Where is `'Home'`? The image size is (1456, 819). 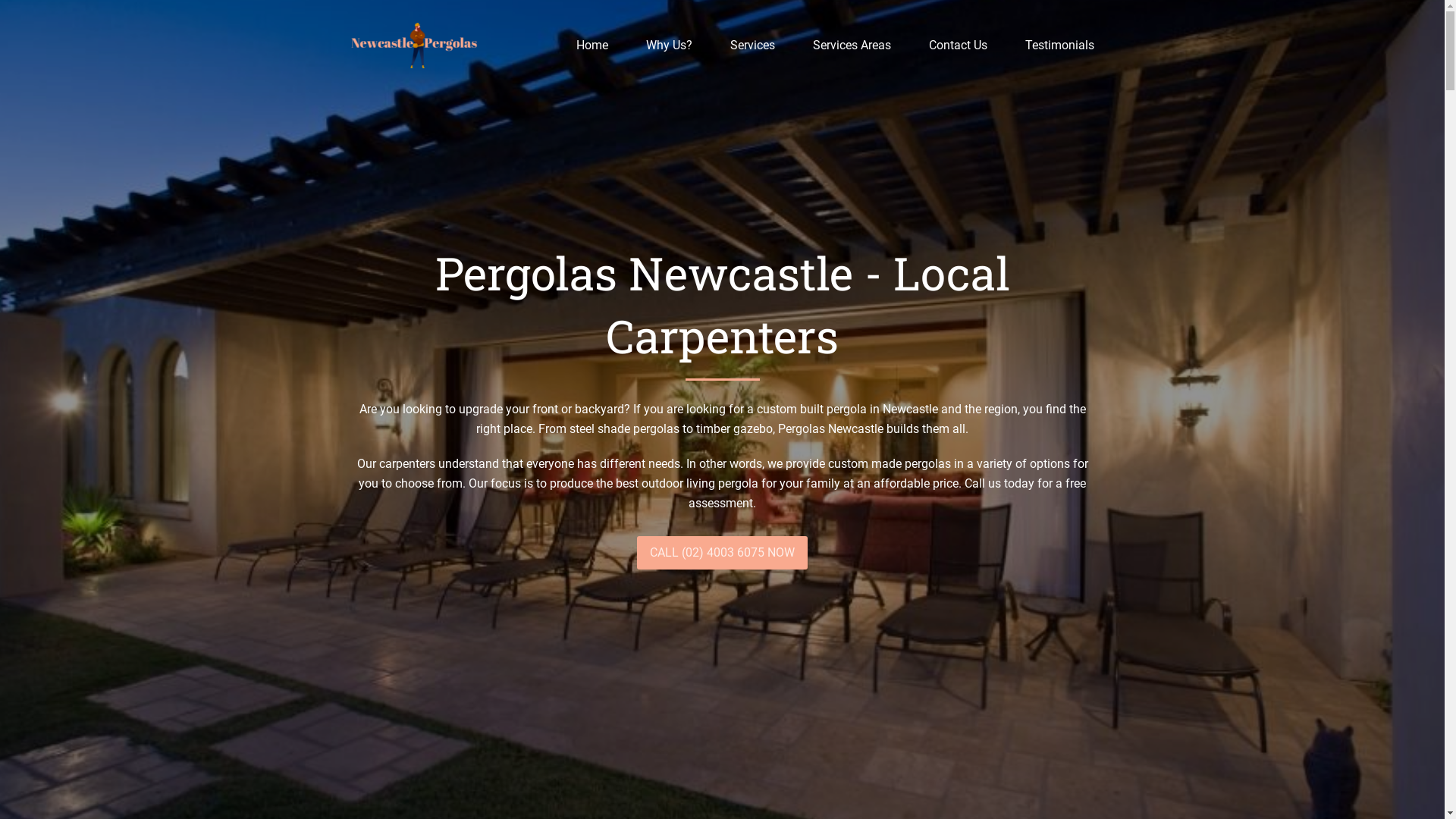 'Home' is located at coordinates (590, 45).